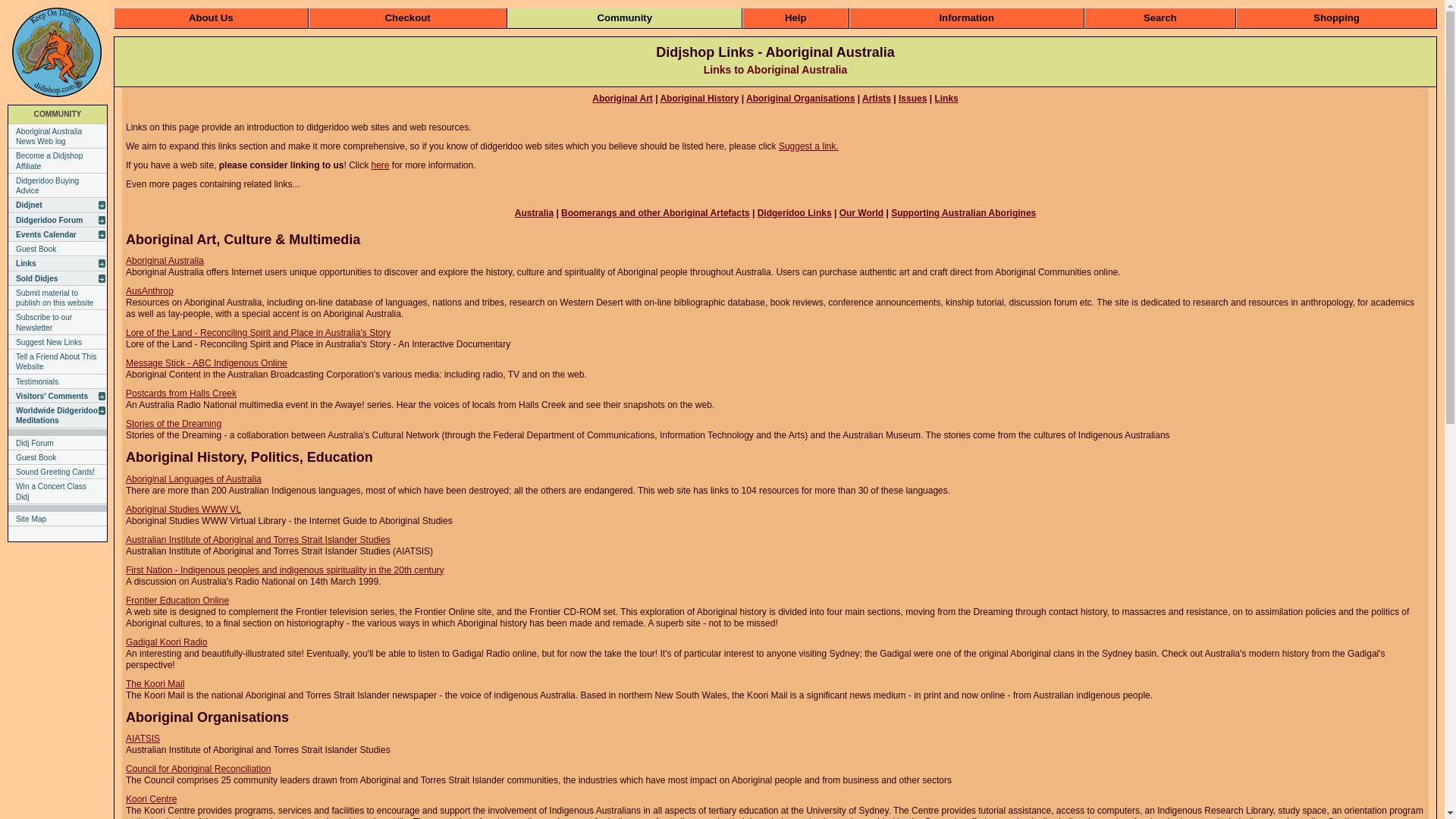 This screenshot has height=819, width=1456. What do you see at coordinates (808, 146) in the screenshot?
I see `'Suggest a link.'` at bounding box center [808, 146].